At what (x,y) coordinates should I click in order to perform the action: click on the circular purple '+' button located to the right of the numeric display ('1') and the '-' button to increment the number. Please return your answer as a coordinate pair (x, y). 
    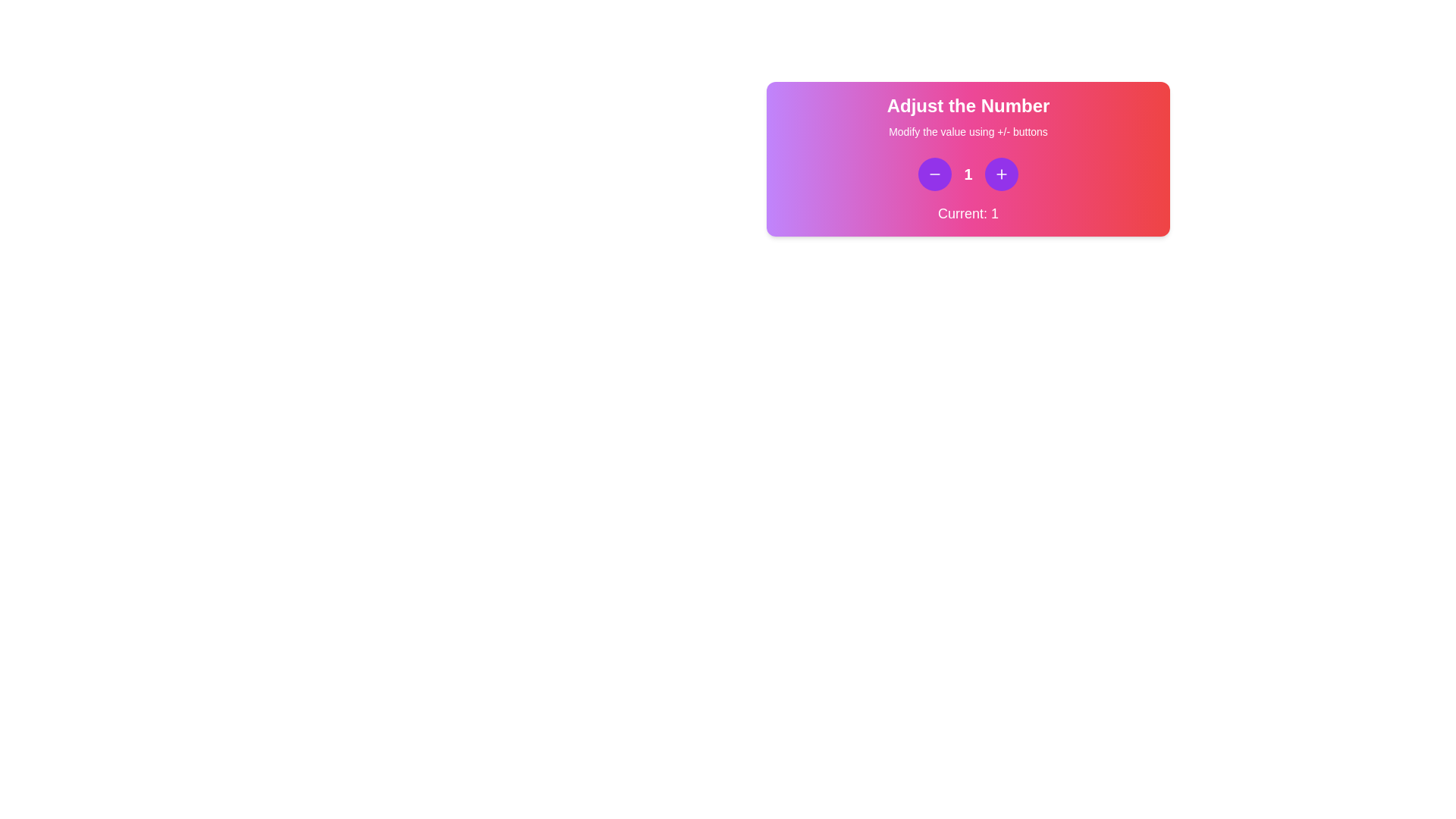
    Looking at the image, I should click on (1001, 174).